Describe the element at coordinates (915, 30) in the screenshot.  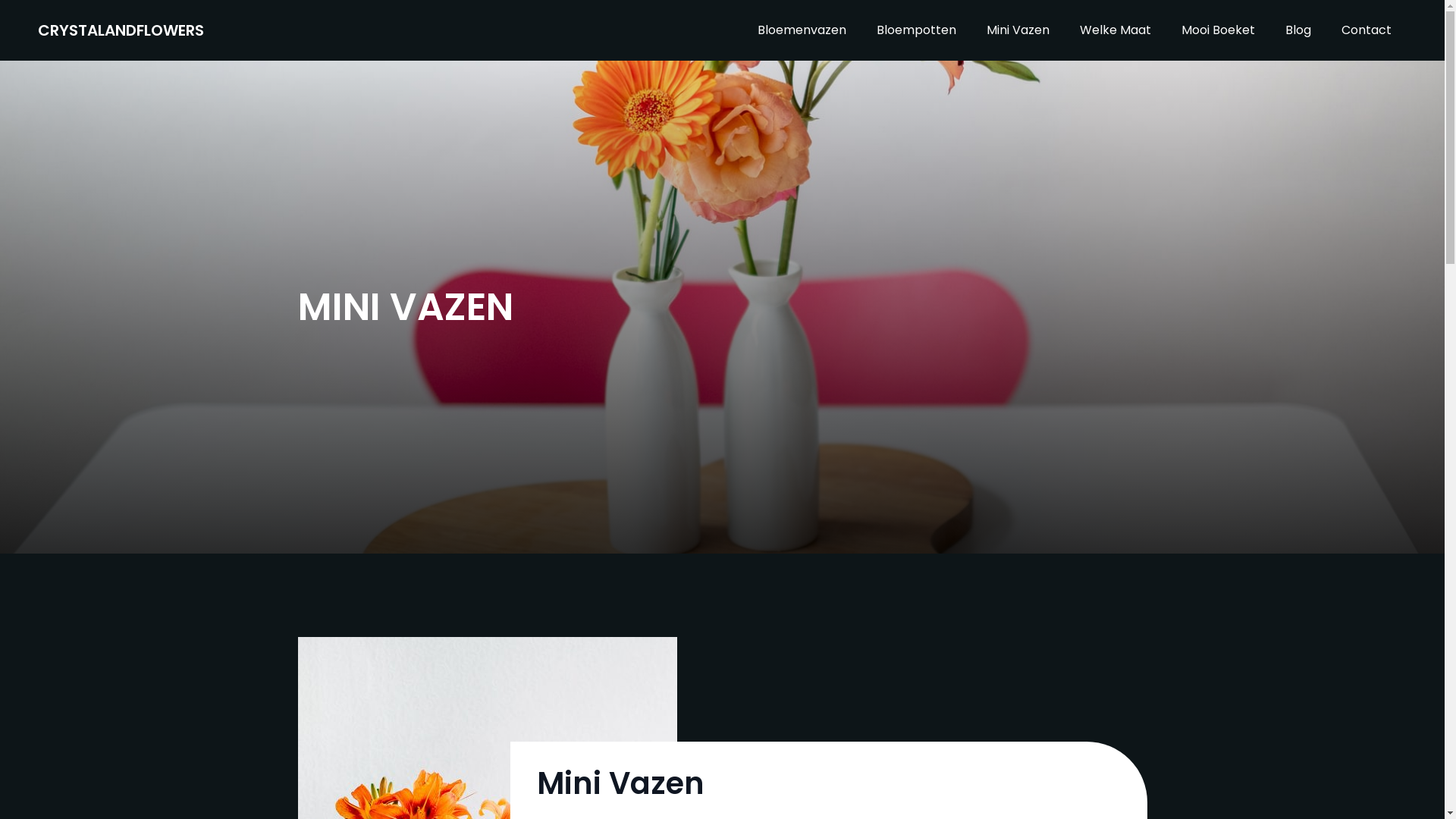
I see `'Bloempotten'` at that location.